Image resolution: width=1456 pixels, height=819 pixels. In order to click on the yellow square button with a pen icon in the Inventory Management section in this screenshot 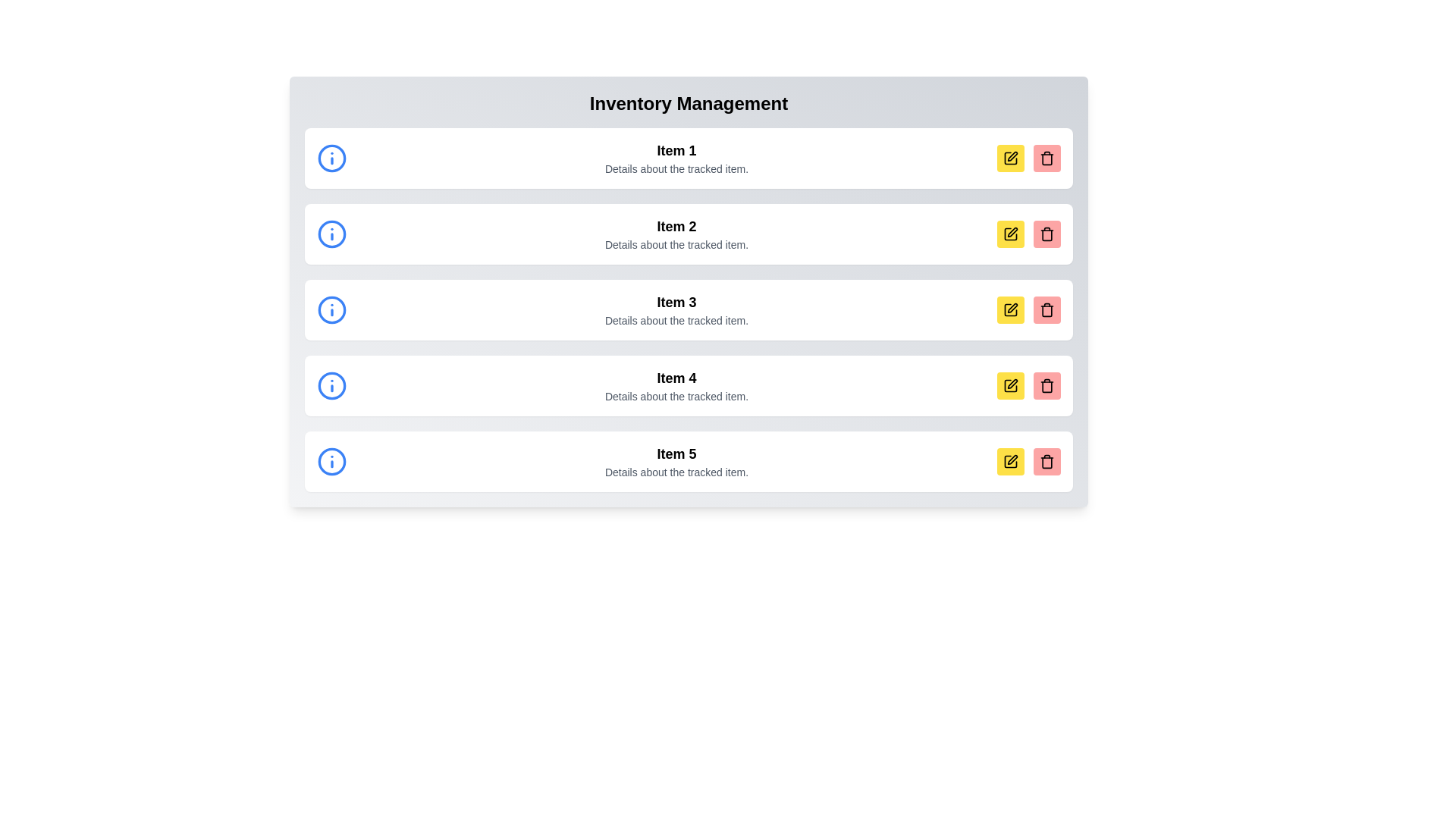, I will do `click(1011, 158)`.